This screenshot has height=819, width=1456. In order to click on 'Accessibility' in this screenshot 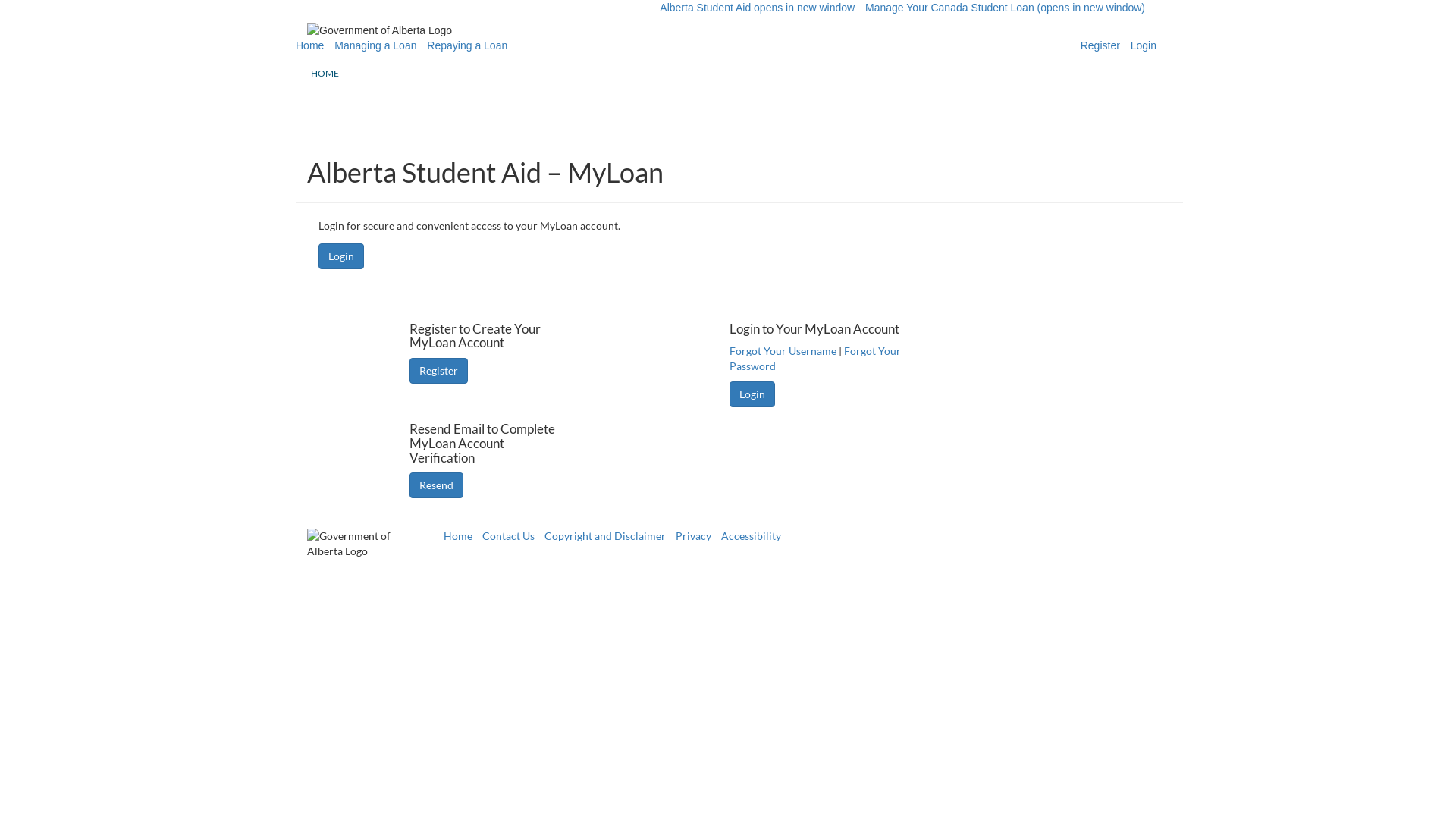, I will do `click(751, 535)`.